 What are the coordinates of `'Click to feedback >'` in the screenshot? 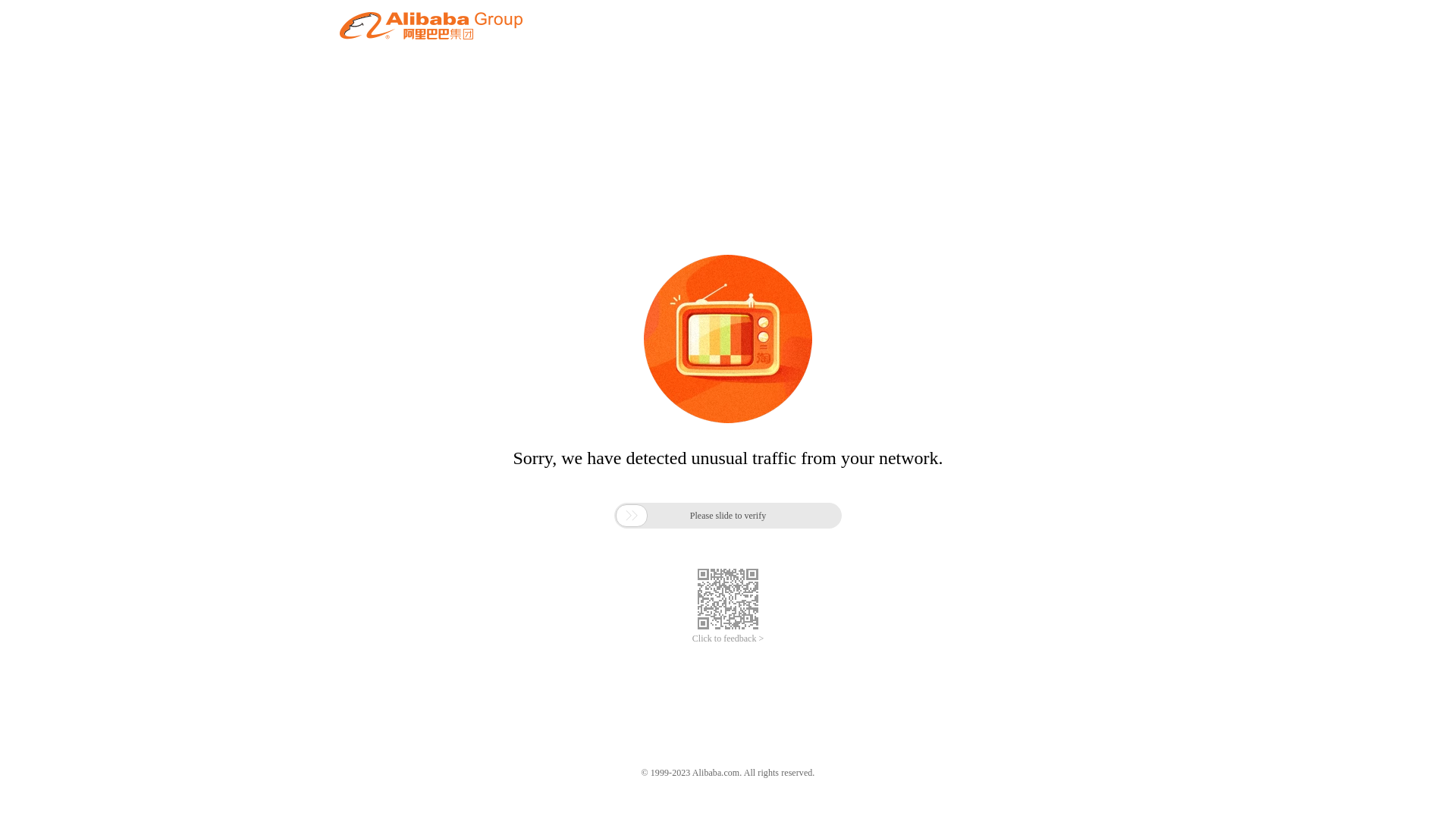 It's located at (728, 639).